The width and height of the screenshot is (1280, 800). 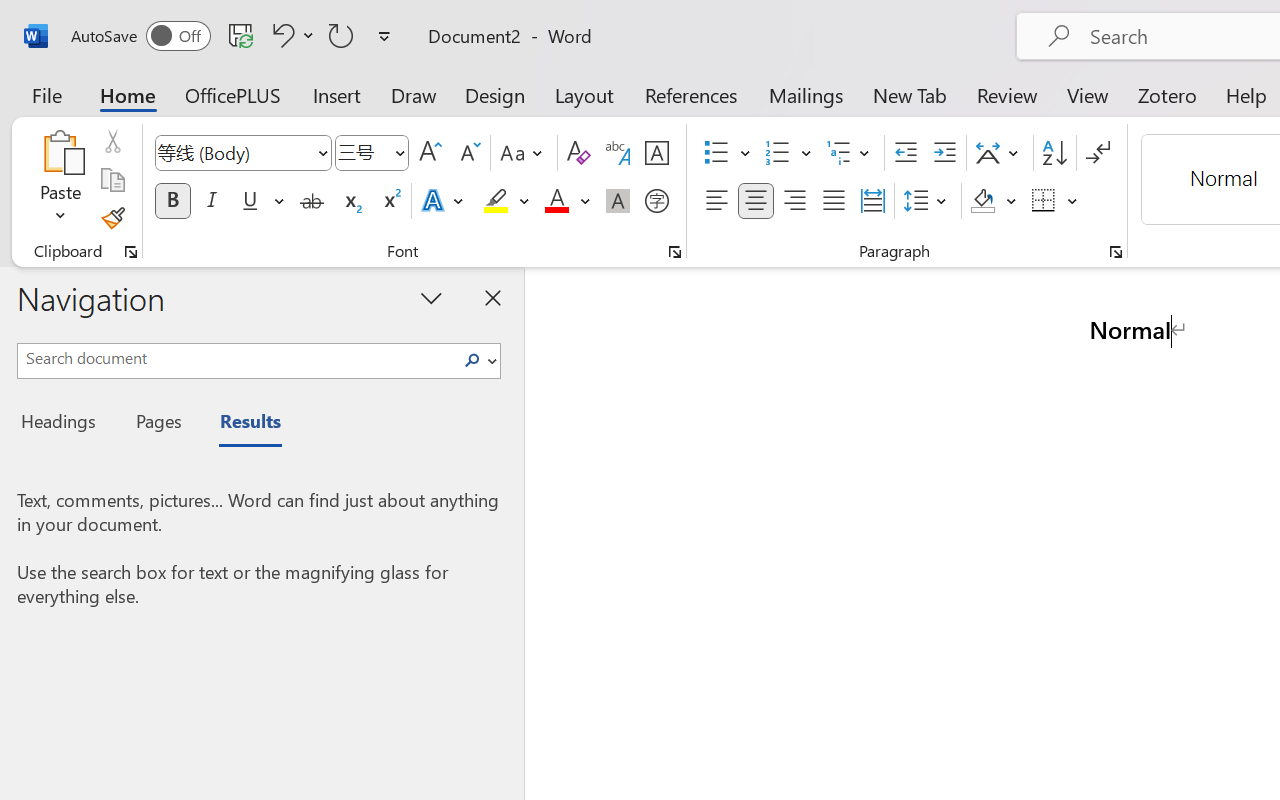 I want to click on 'Bullets', so click(x=726, y=153).